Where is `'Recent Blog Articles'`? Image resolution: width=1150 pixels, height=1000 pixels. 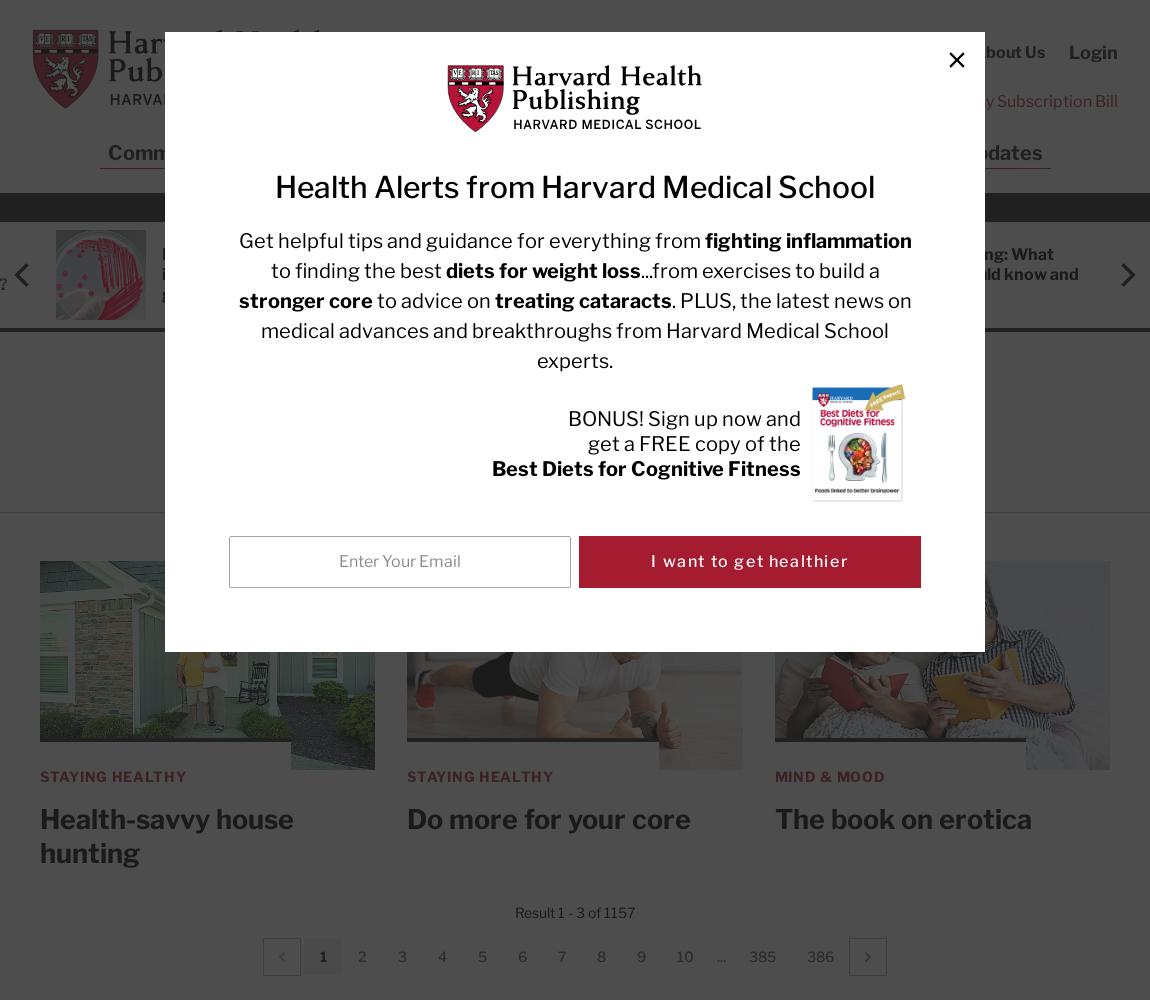 'Recent Blog Articles' is located at coordinates (575, 206).